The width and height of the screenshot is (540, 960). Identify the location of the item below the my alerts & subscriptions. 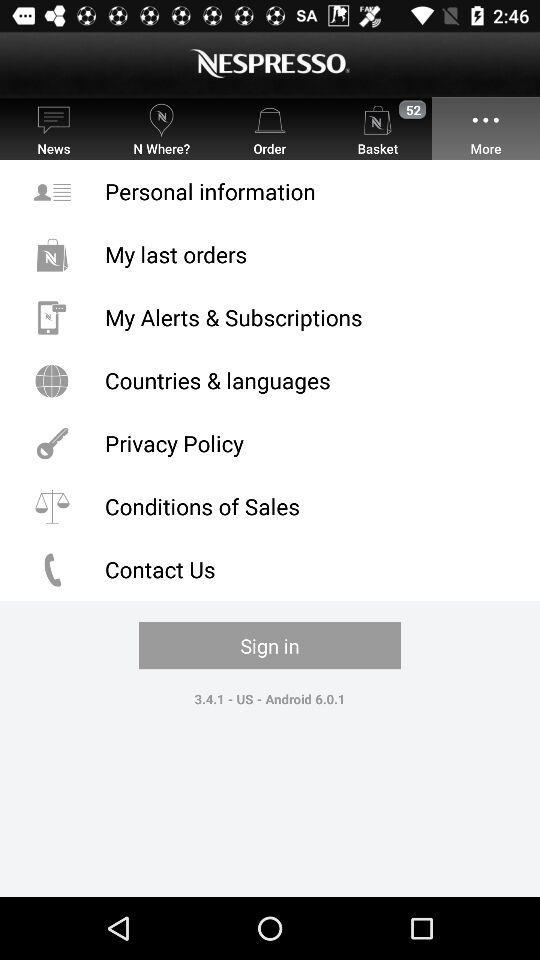
(270, 379).